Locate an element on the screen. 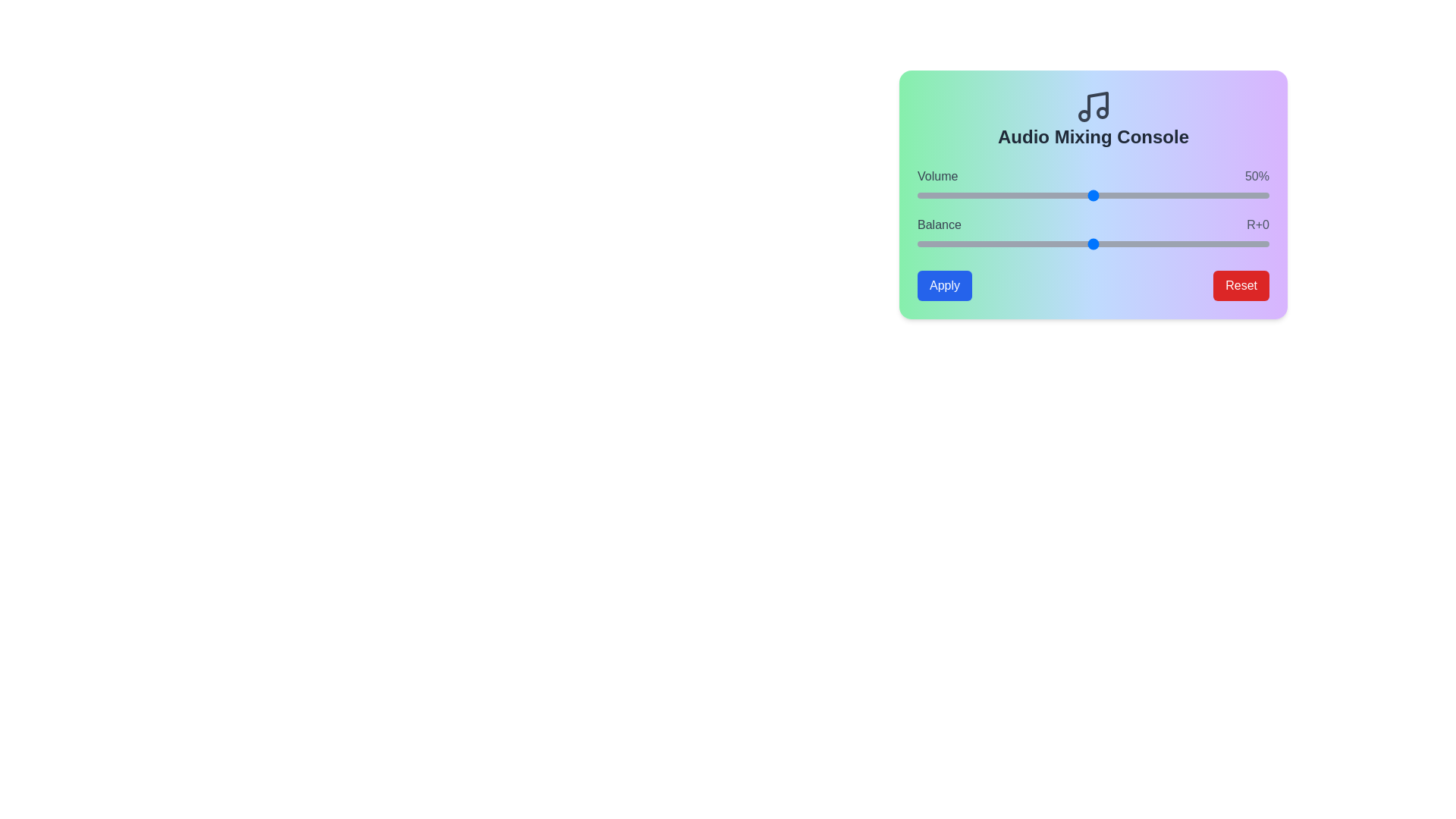 The width and height of the screenshot is (1456, 819). the upper part of the musical note icon located at the top-center of the 'Audio Mixing Console' panel, which serves a decorative purpose in audio mixing is located at coordinates (1098, 104).